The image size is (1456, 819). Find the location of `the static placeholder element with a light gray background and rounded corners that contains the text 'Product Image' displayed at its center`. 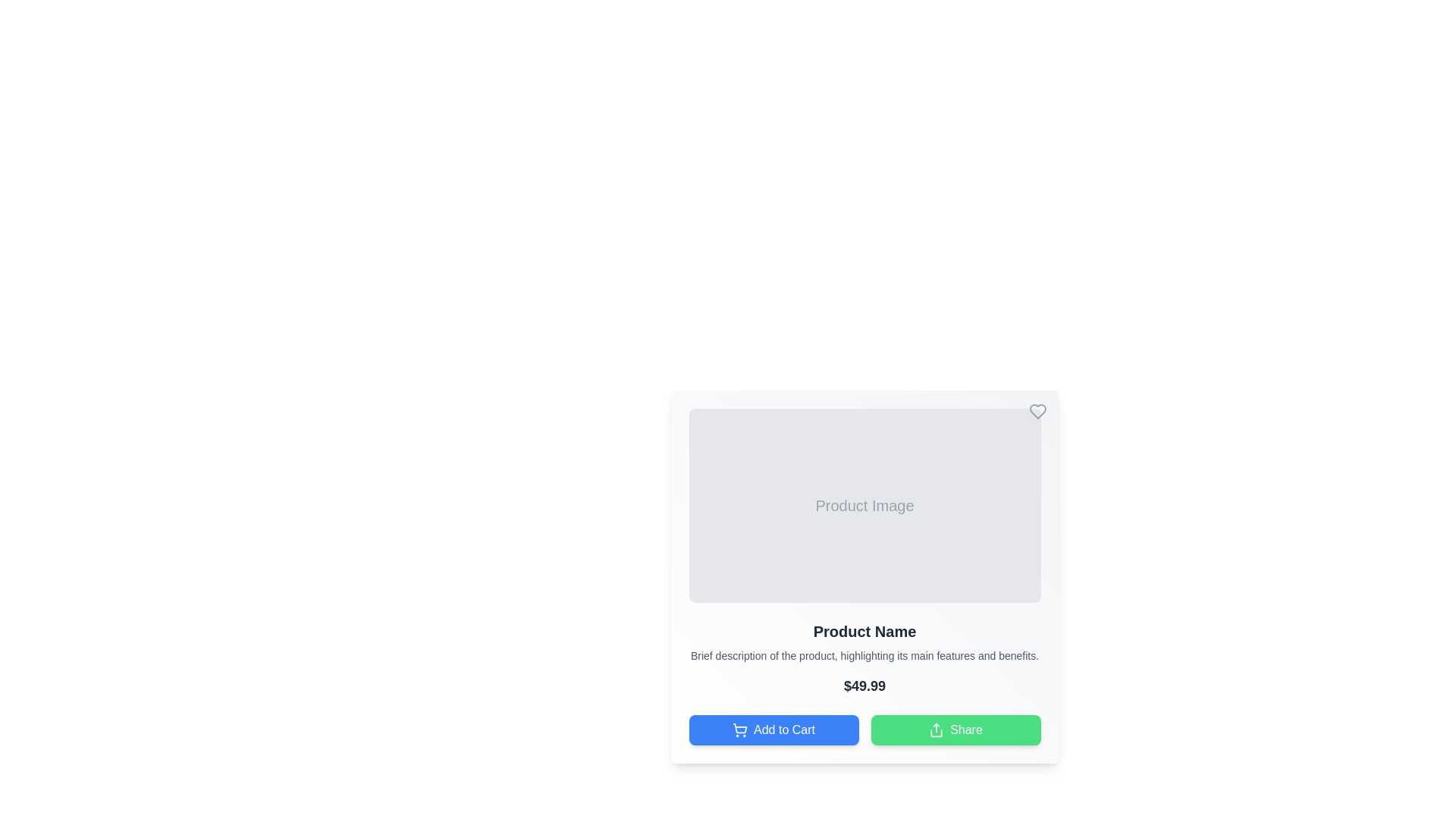

the static placeholder element with a light gray background and rounded corners that contains the text 'Product Image' displayed at its center is located at coordinates (864, 506).